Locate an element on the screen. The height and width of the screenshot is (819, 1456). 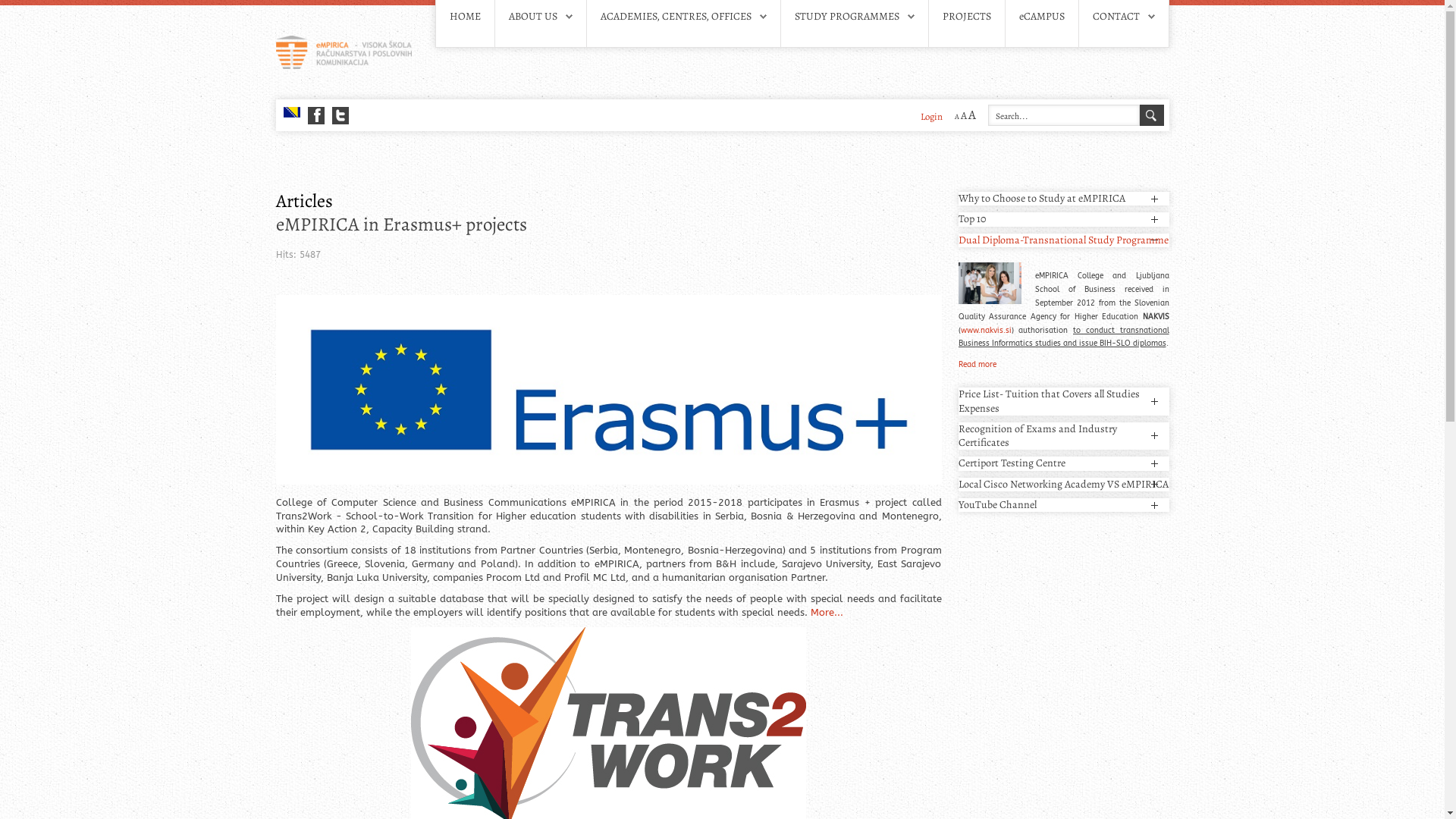
'www.nakvis.si' is located at coordinates (985, 329).